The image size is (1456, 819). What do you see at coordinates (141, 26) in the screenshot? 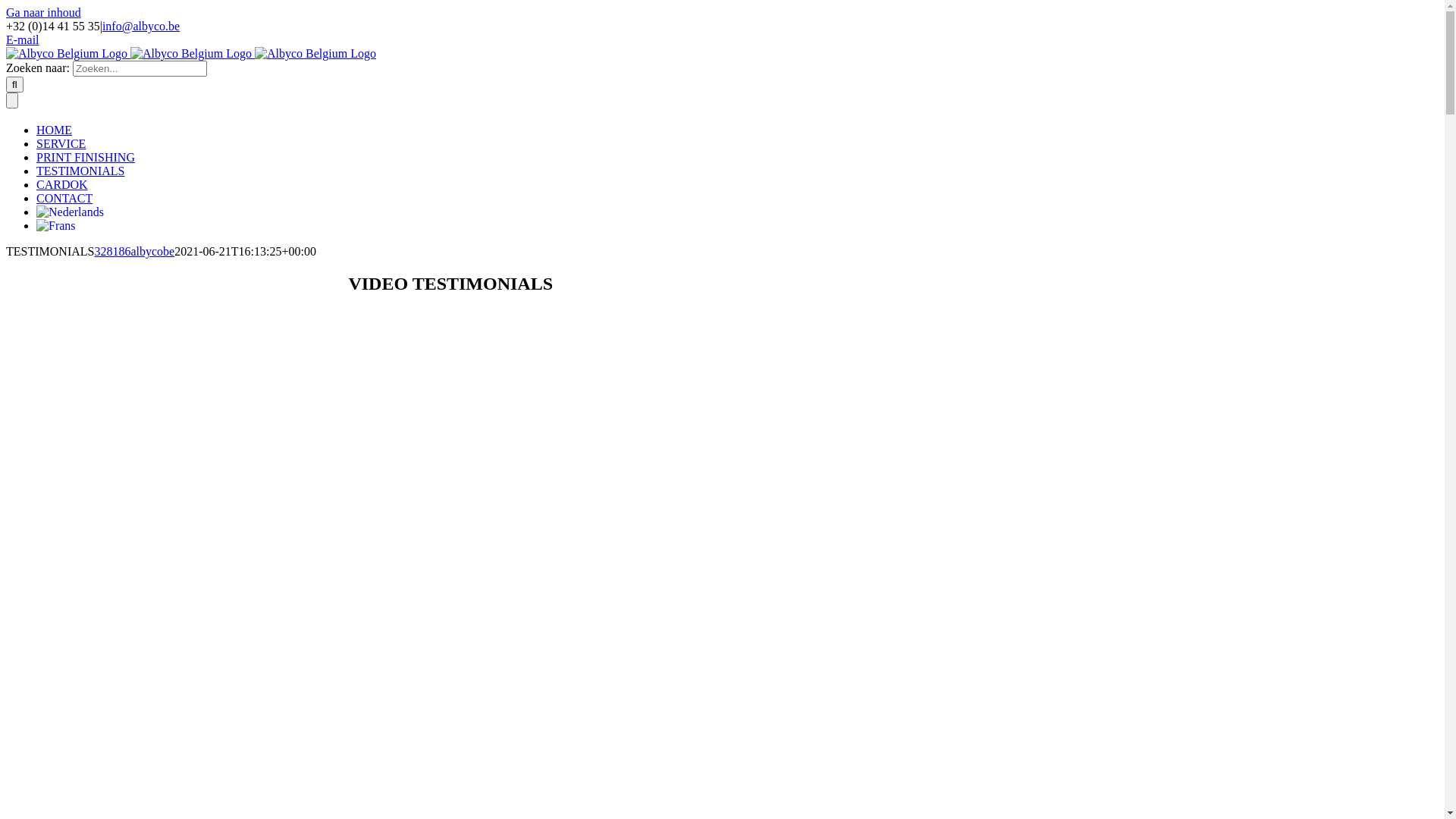
I see `'info@albyco.be'` at bounding box center [141, 26].